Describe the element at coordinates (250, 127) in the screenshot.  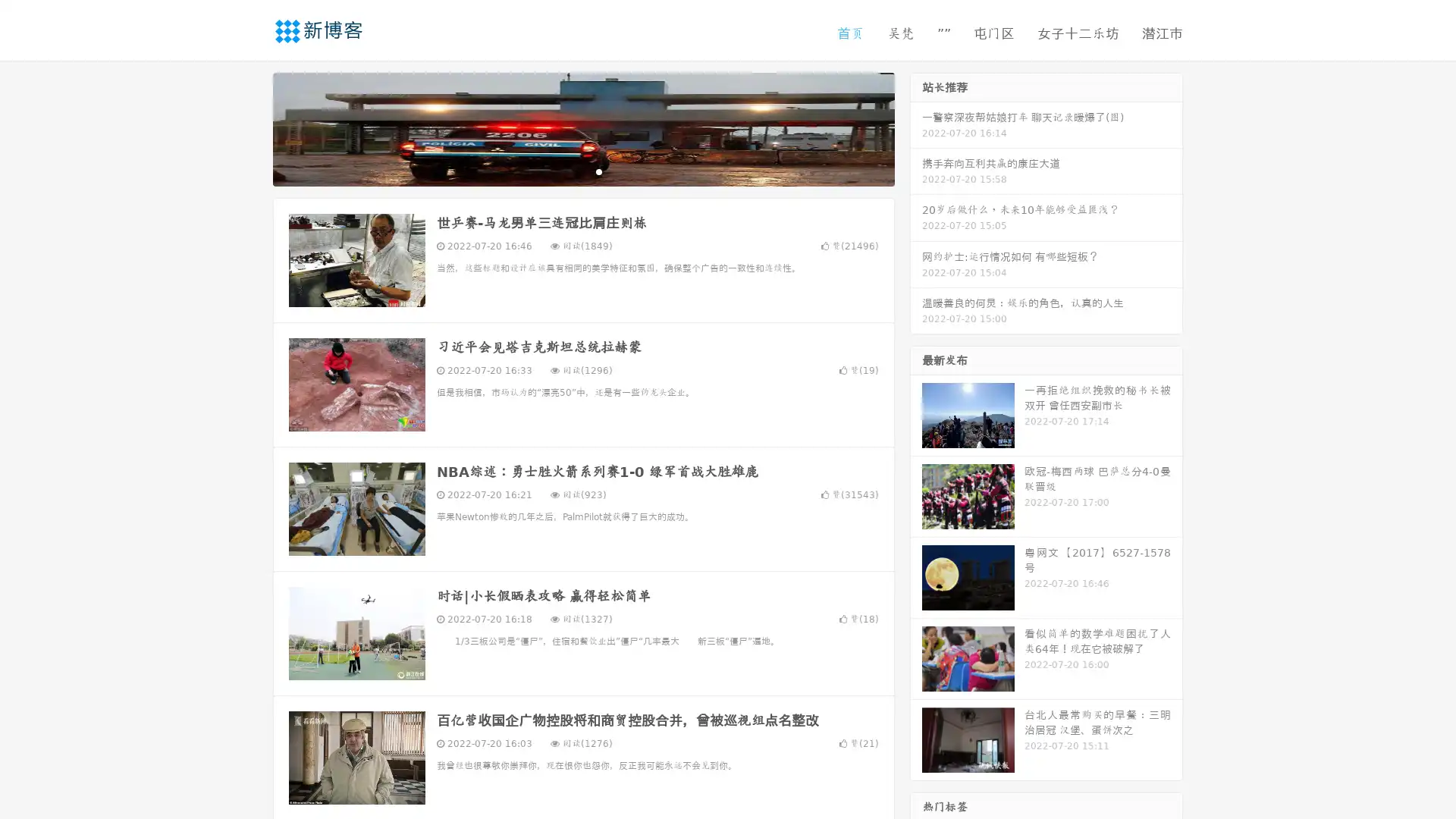
I see `Previous slide` at that location.